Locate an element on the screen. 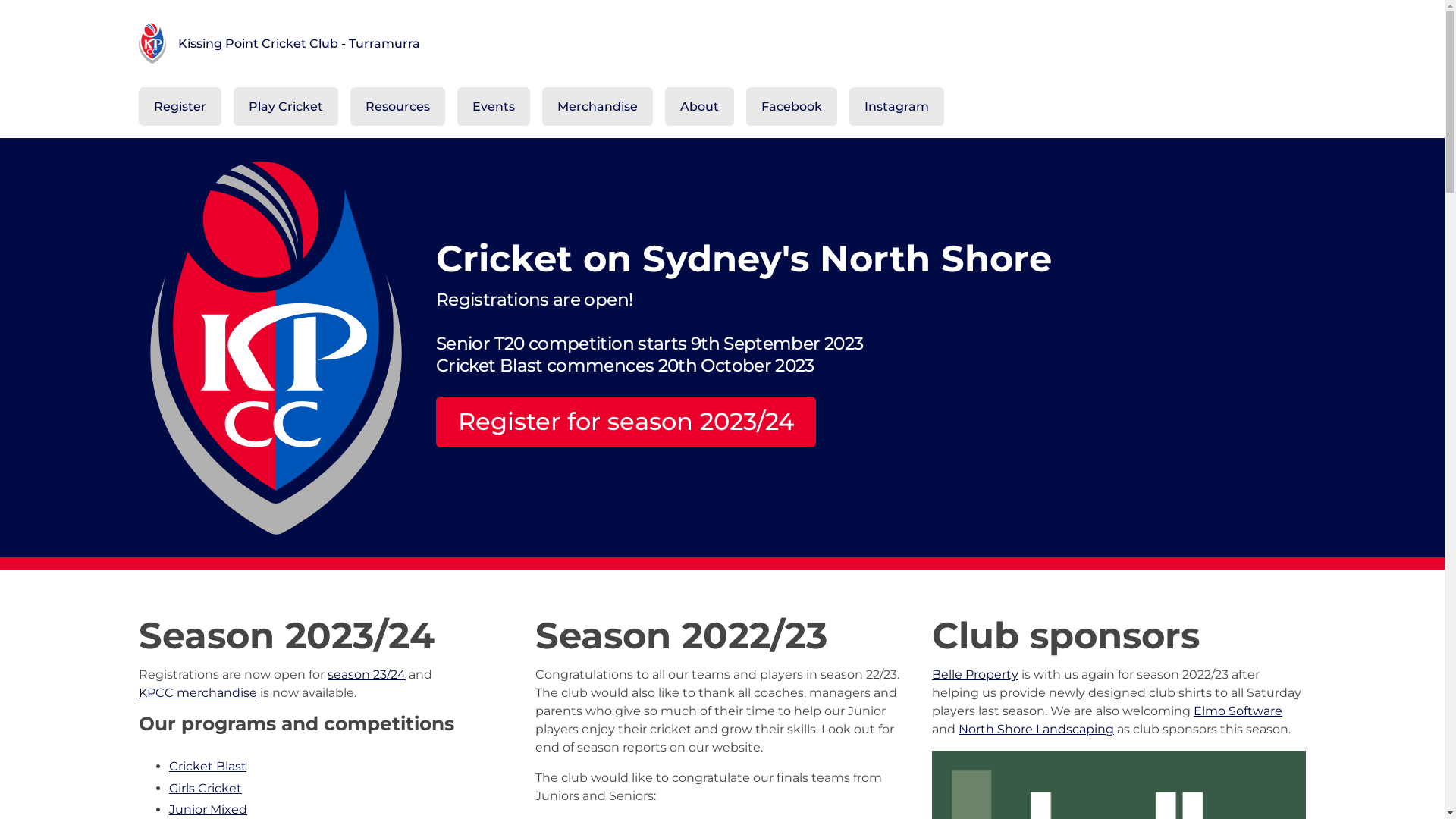  'Elmo Software' is located at coordinates (1238, 711).